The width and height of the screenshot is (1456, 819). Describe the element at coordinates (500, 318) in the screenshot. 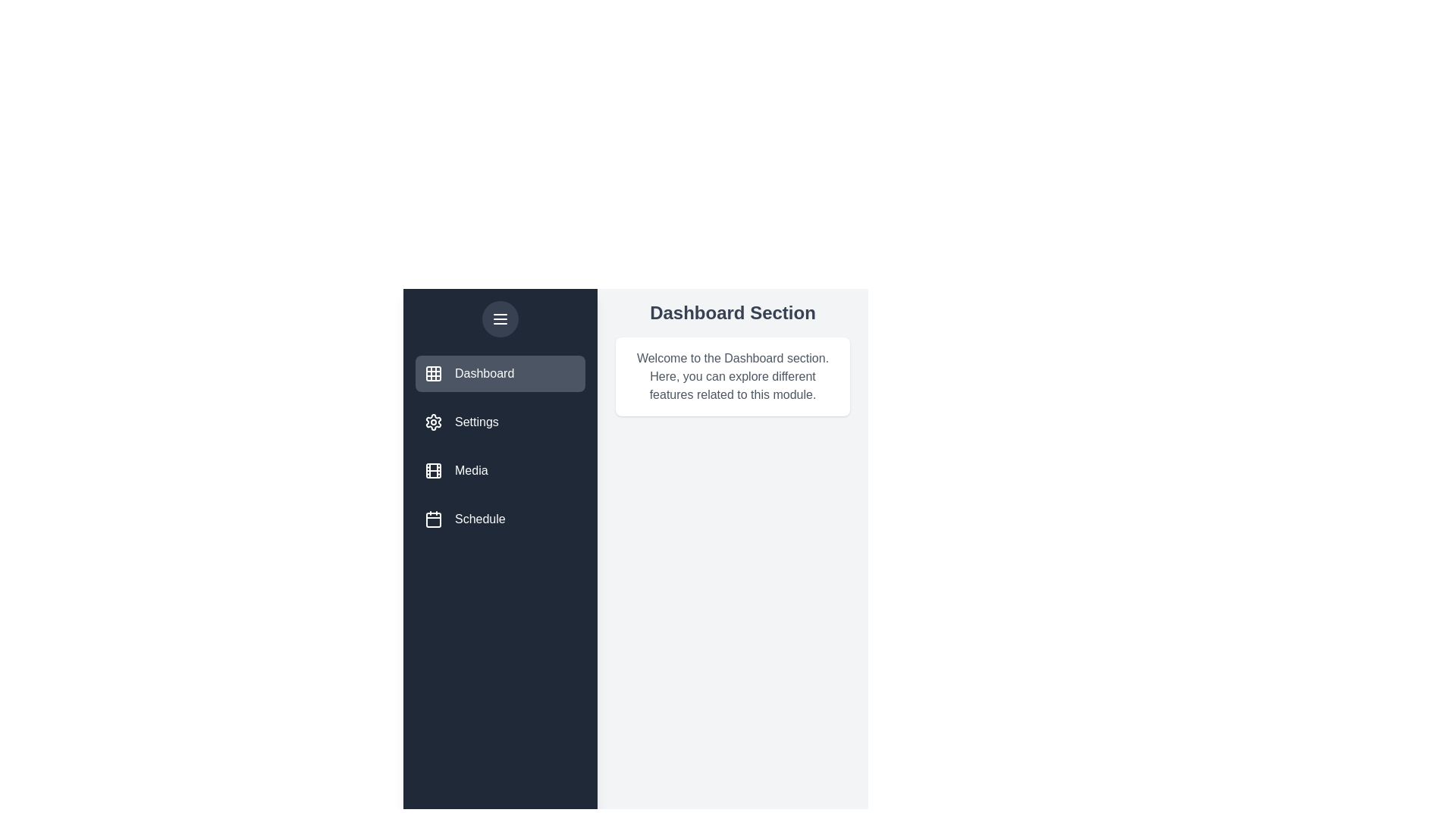

I see `the toggle button to open or close the drawer` at that location.